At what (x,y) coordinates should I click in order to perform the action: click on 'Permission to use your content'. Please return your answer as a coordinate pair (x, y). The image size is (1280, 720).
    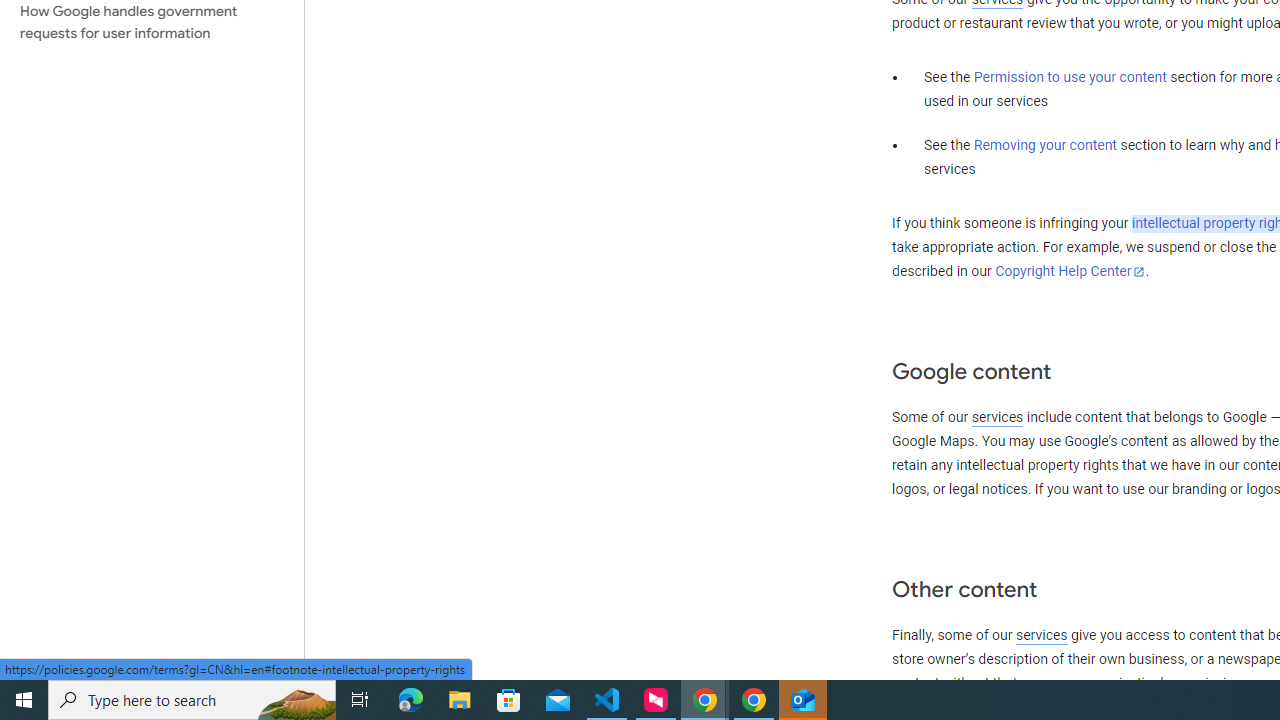
    Looking at the image, I should click on (1069, 77).